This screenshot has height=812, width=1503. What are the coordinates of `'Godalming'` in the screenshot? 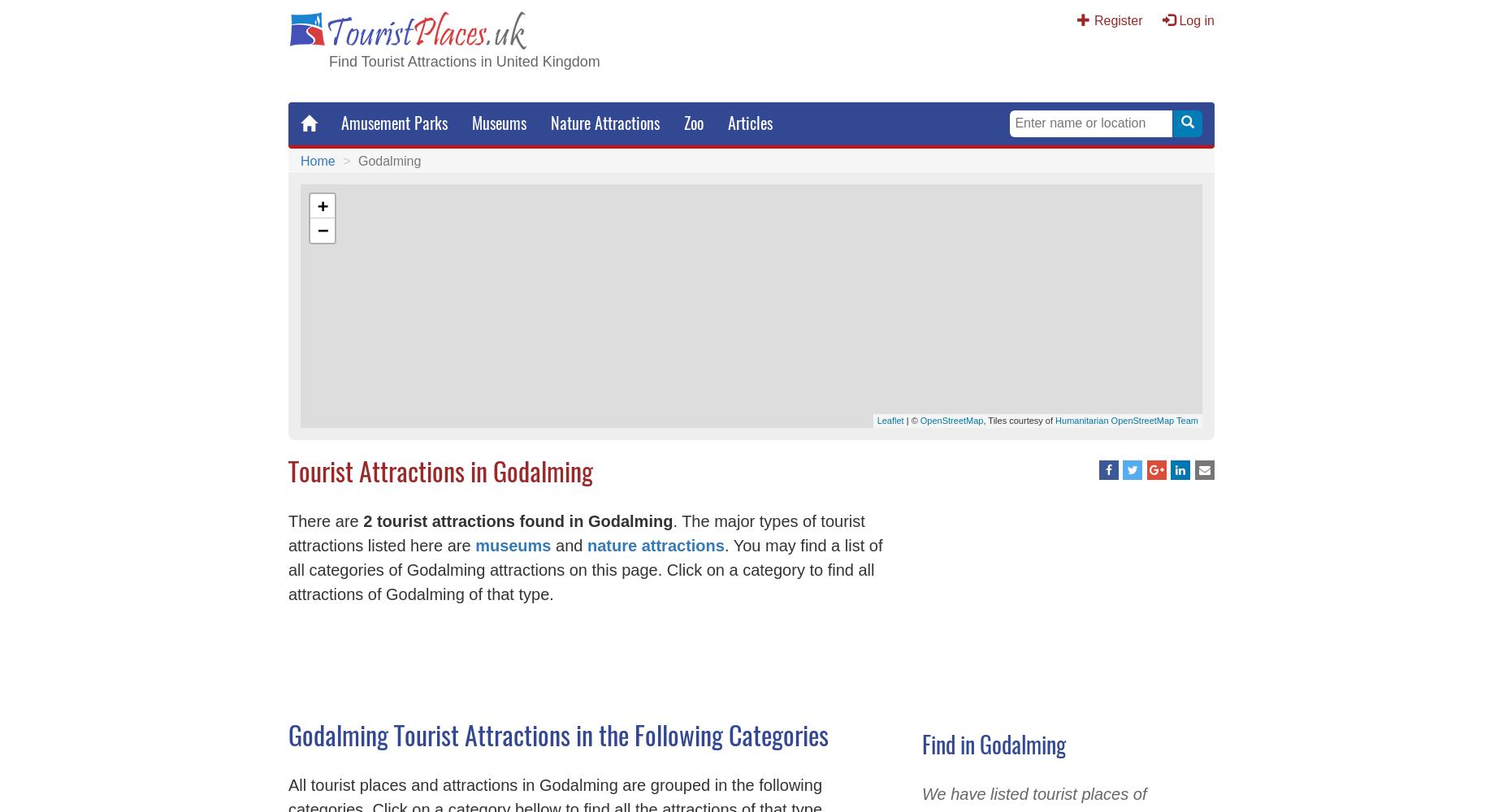 It's located at (388, 159).